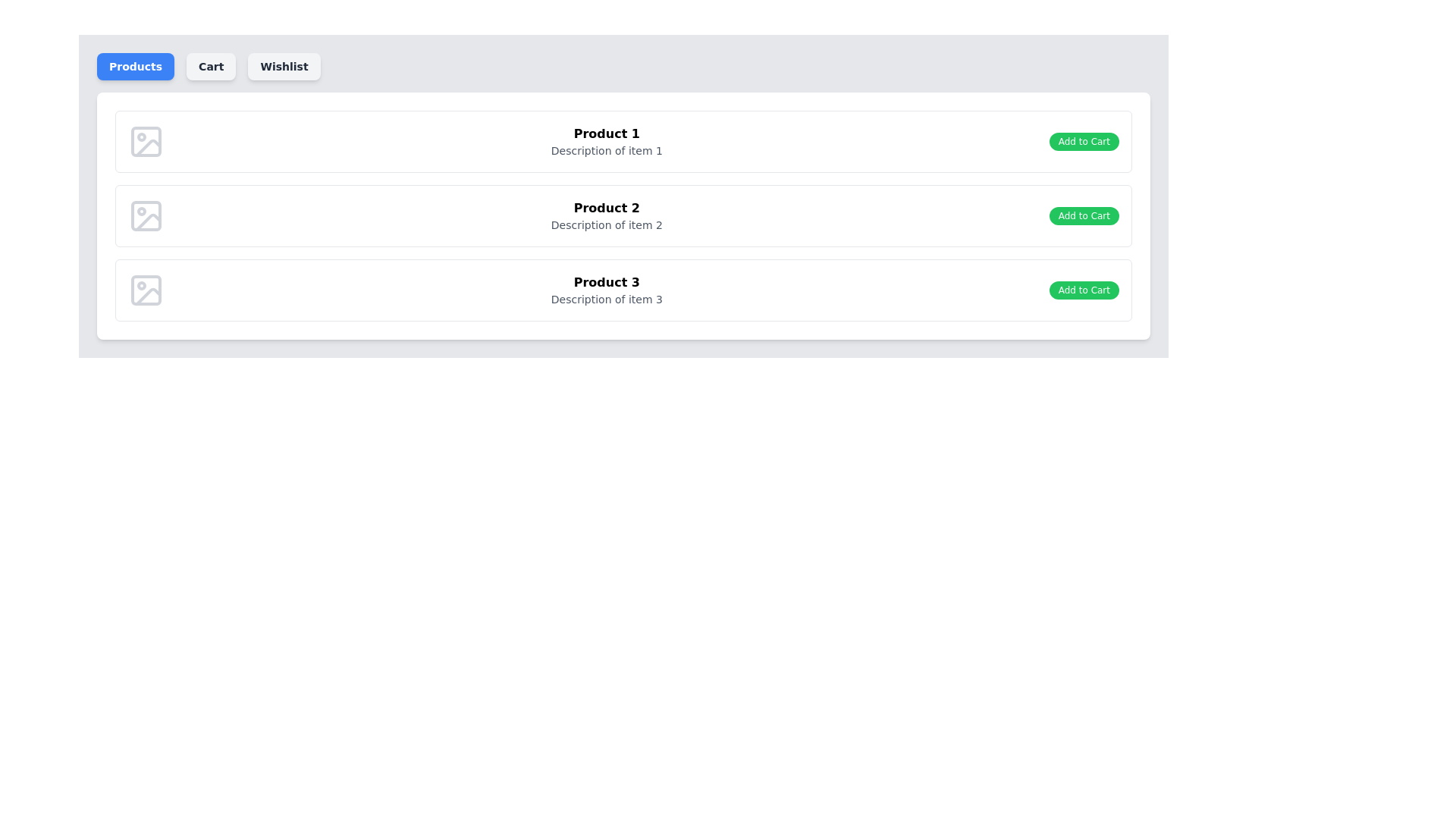 This screenshot has height=819, width=1456. What do you see at coordinates (607, 290) in the screenshot?
I see `text content from the Text block displaying 'Product 3' in bold and 'Description of item 3' below it, located in the third item row of the list` at bounding box center [607, 290].